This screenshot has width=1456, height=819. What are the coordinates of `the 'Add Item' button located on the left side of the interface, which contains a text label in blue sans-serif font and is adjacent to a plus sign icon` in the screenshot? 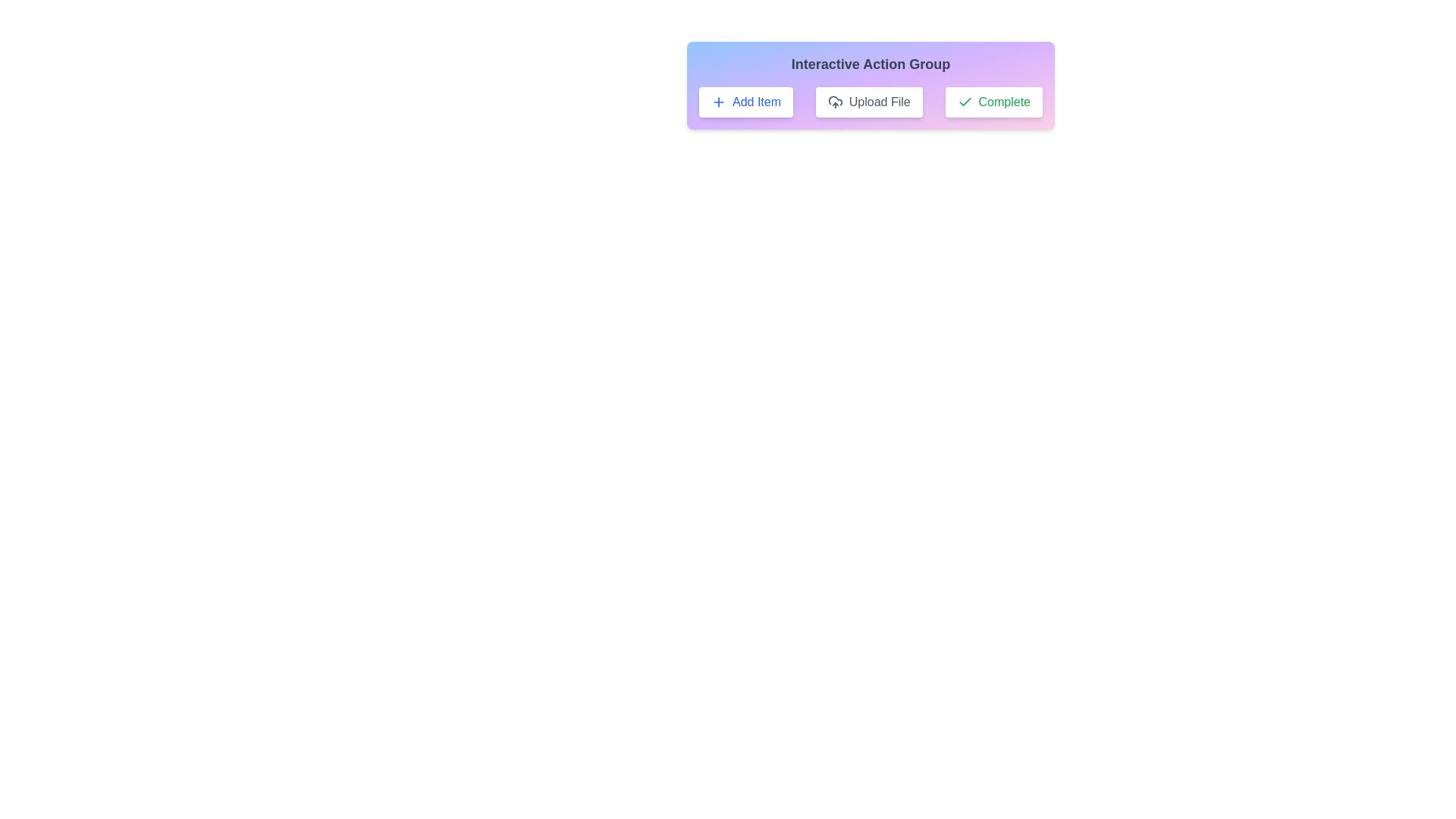 It's located at (757, 102).